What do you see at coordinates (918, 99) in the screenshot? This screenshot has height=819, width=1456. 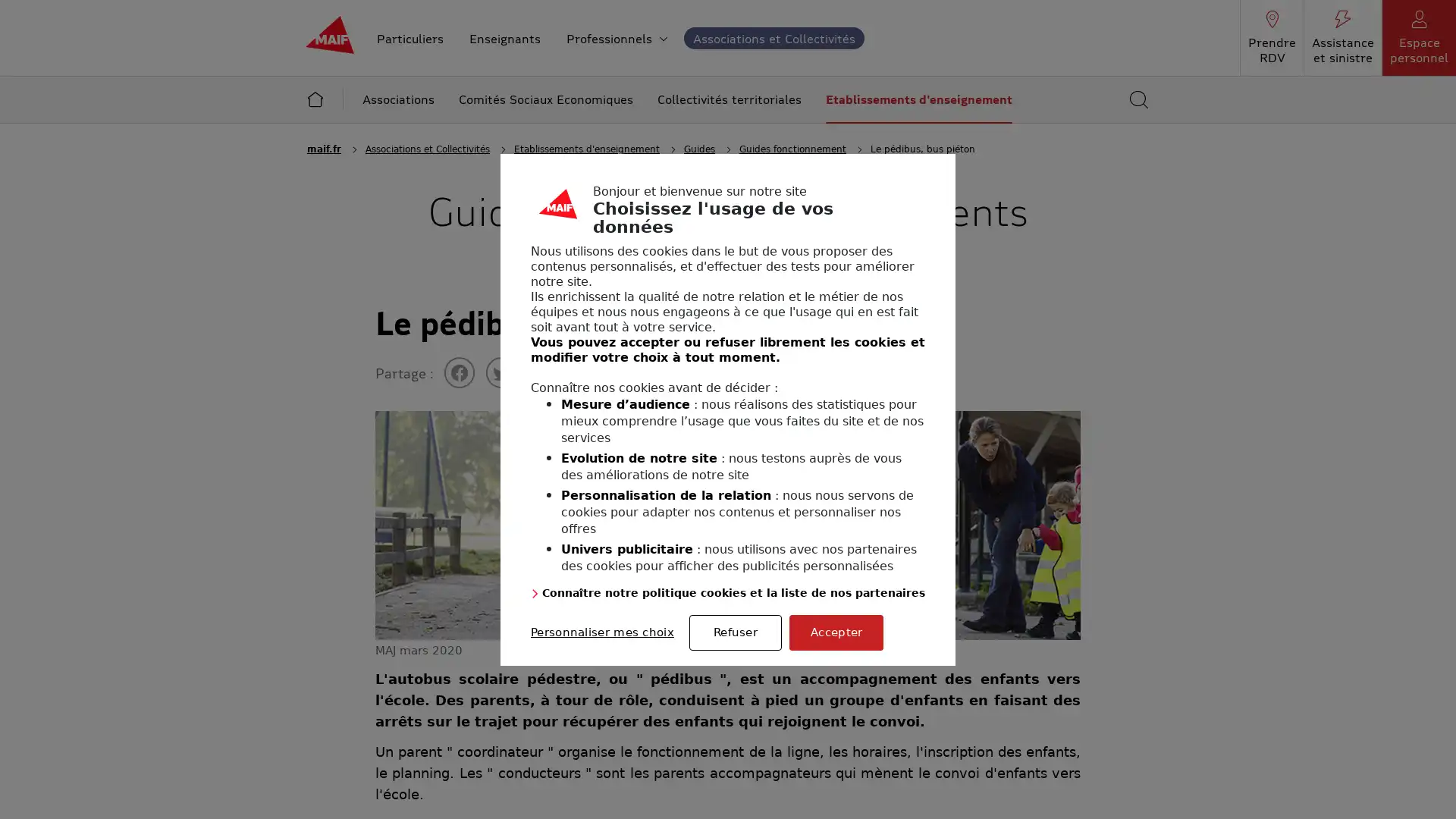 I see `Etablissements d'enseignement` at bounding box center [918, 99].